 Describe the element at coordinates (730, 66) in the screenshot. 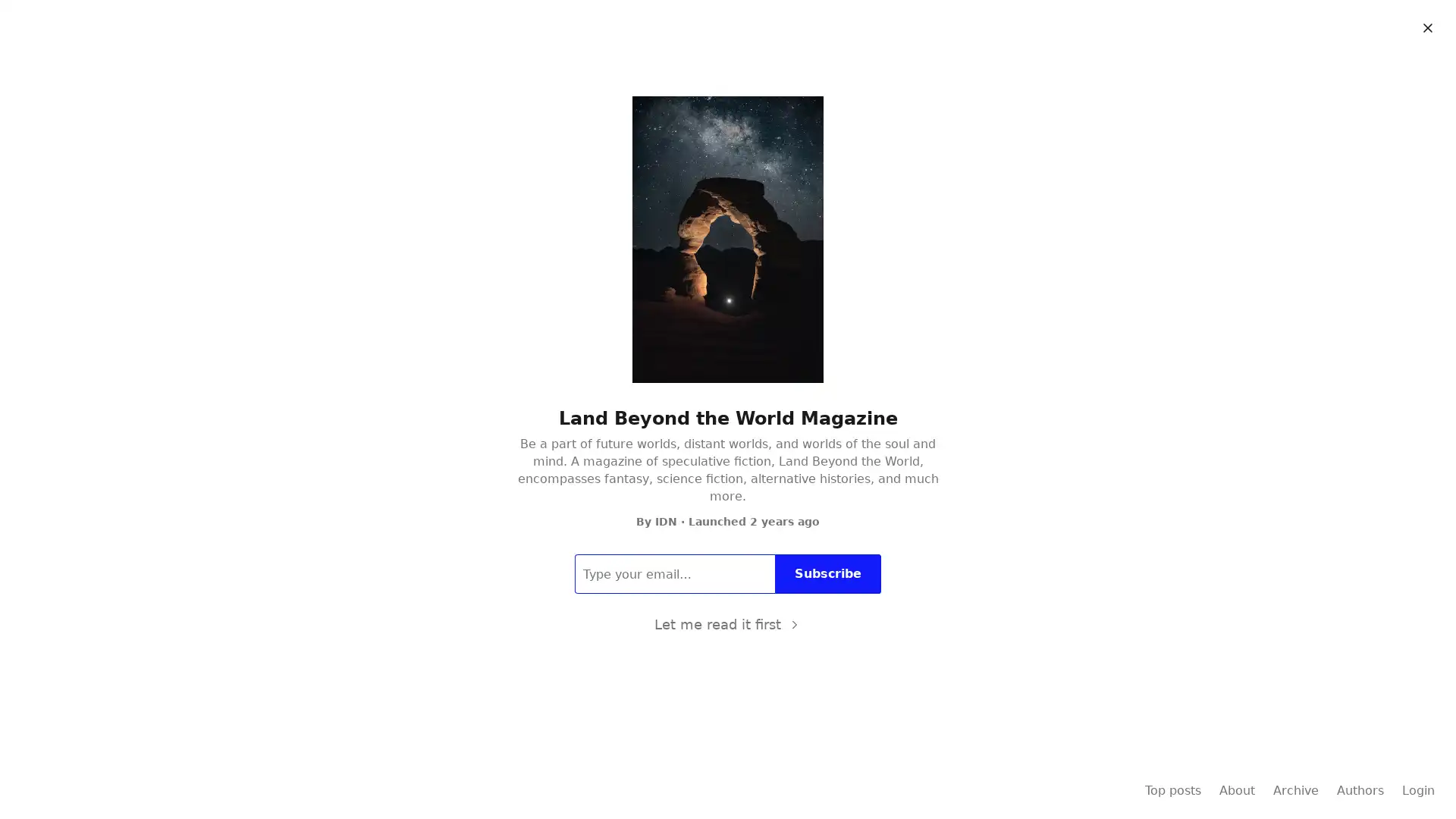

I see `Archive` at that location.